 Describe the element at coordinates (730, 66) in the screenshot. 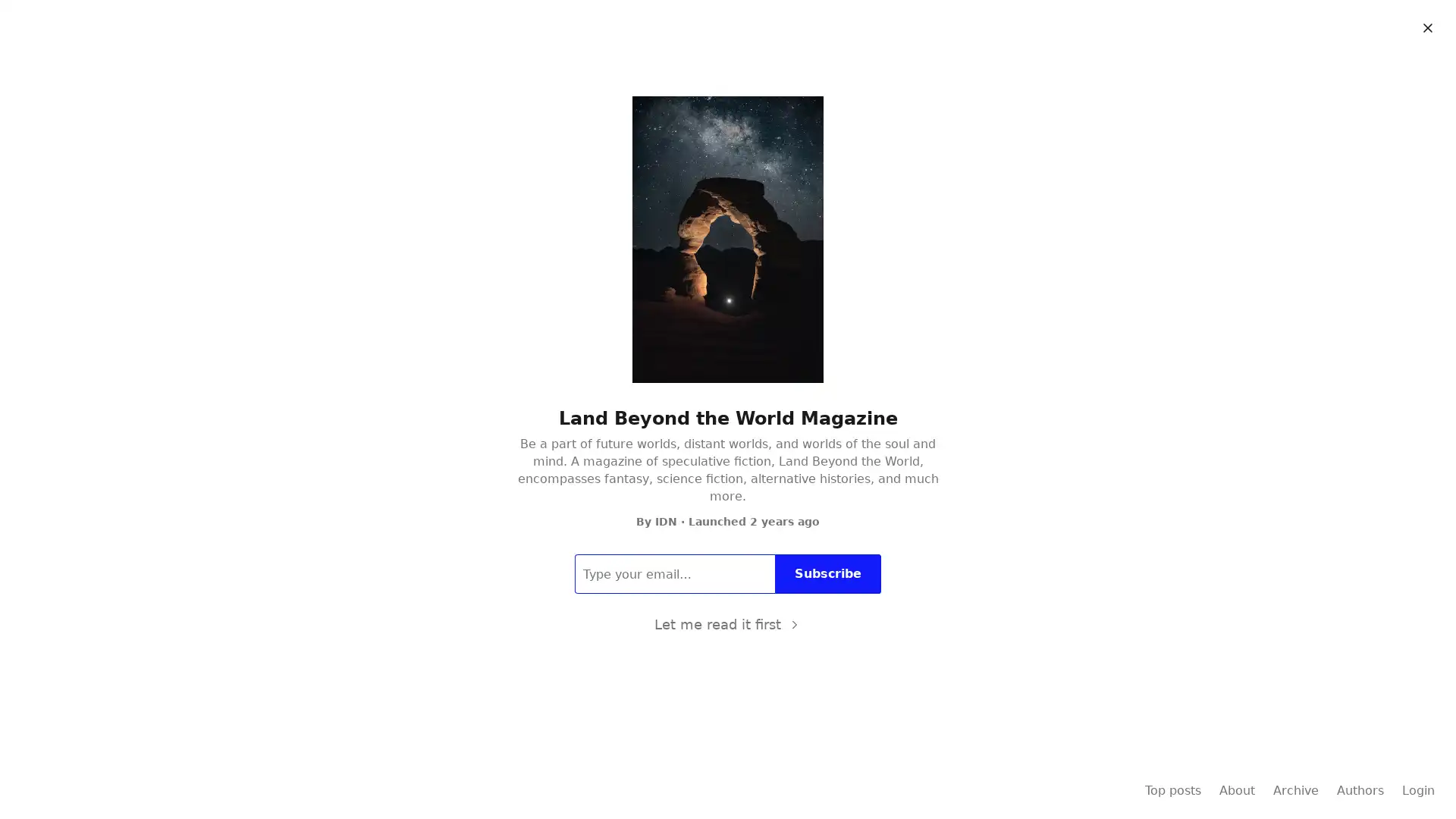

I see `Archive` at that location.